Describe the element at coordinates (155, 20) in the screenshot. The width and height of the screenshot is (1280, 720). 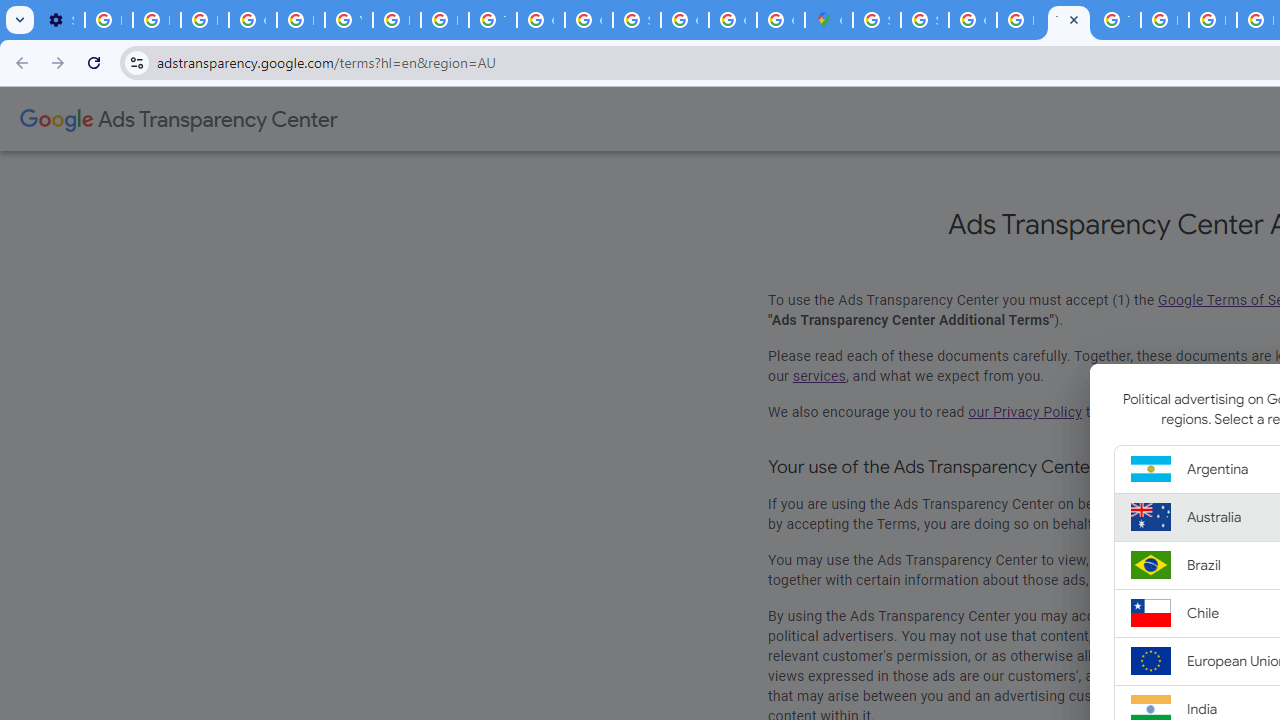
I see `'Learn how to find your photos - Google Photos Help'` at that location.